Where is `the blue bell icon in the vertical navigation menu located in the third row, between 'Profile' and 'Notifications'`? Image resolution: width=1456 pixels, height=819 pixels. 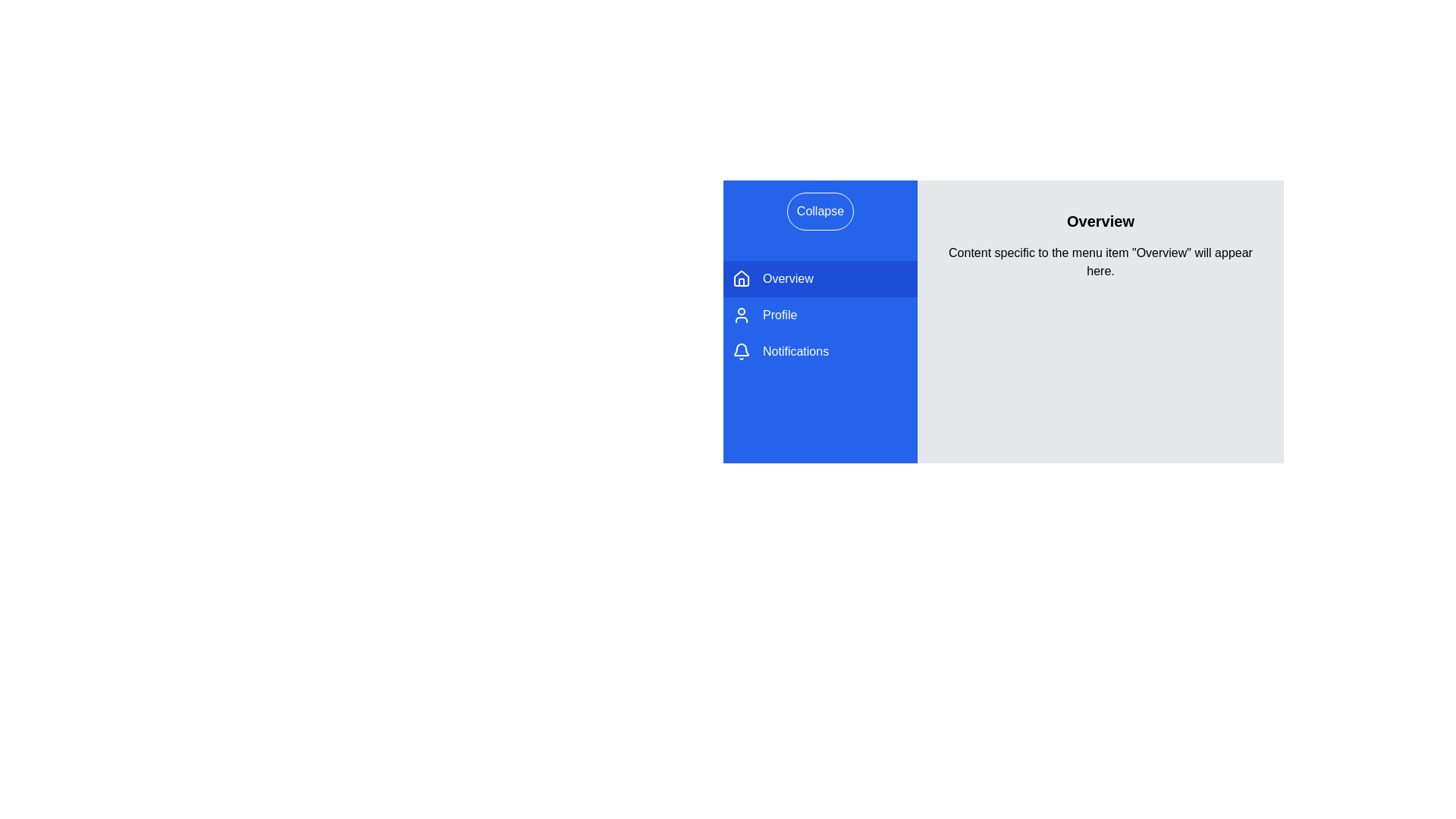 the blue bell icon in the vertical navigation menu located in the third row, between 'Profile' and 'Notifications' is located at coordinates (742, 351).